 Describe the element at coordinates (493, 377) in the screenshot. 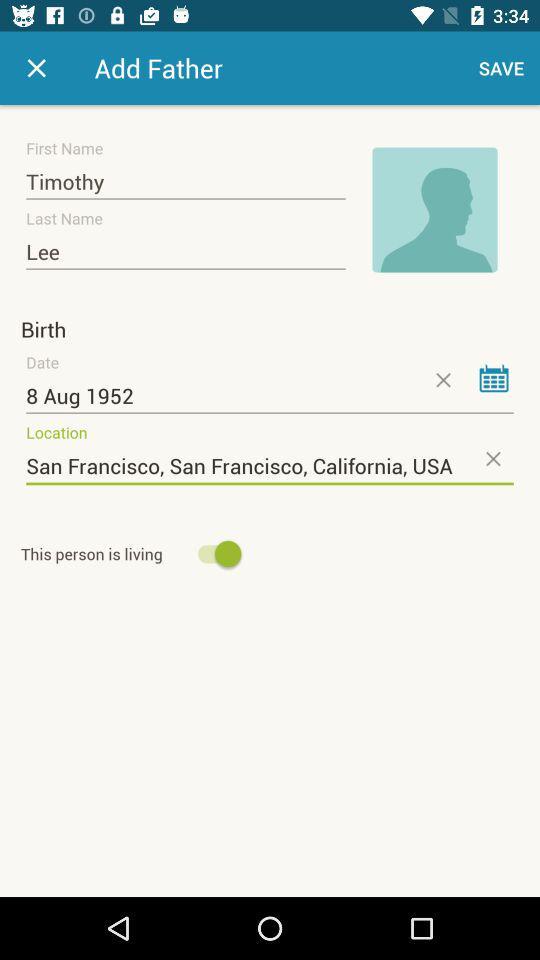

I see `the date_range icon` at that location.